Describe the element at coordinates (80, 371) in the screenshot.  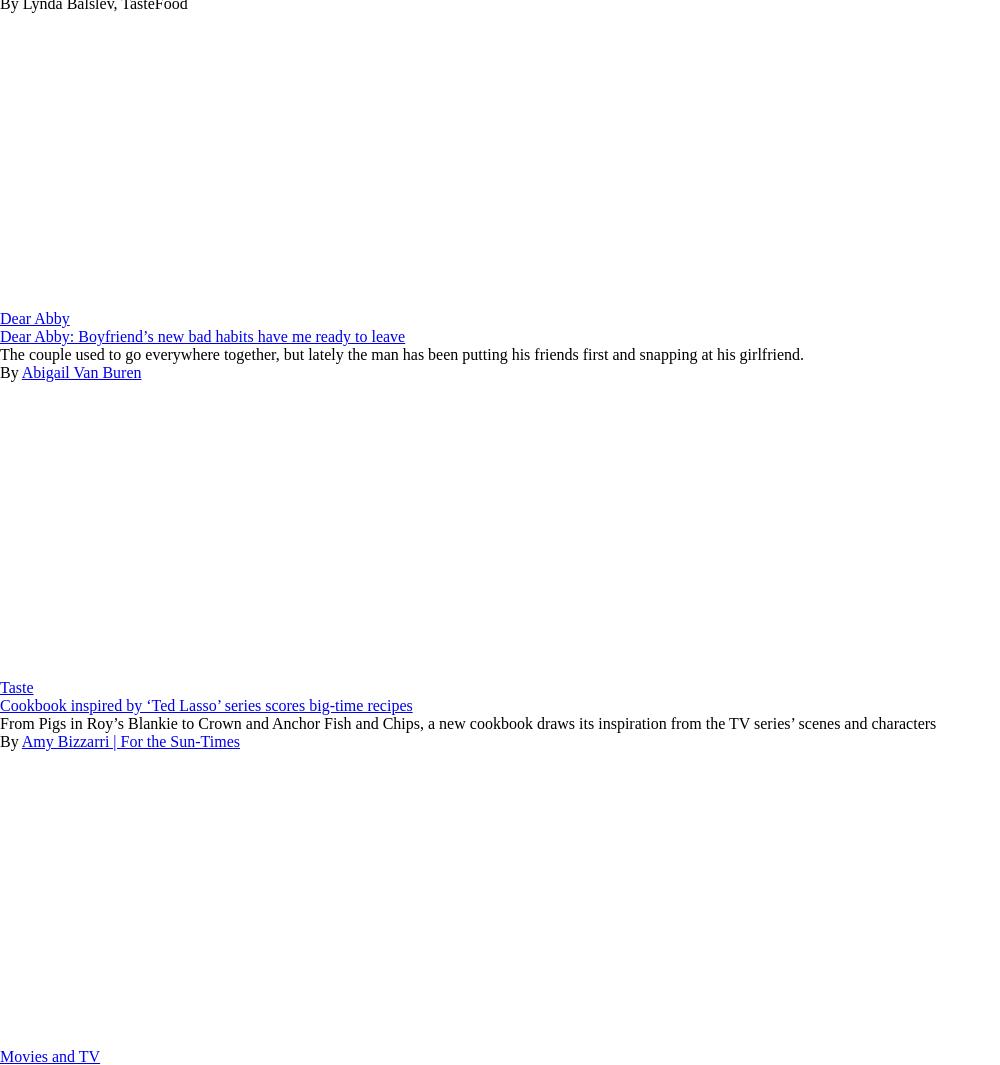
I see `'Abigail Van Buren'` at that location.